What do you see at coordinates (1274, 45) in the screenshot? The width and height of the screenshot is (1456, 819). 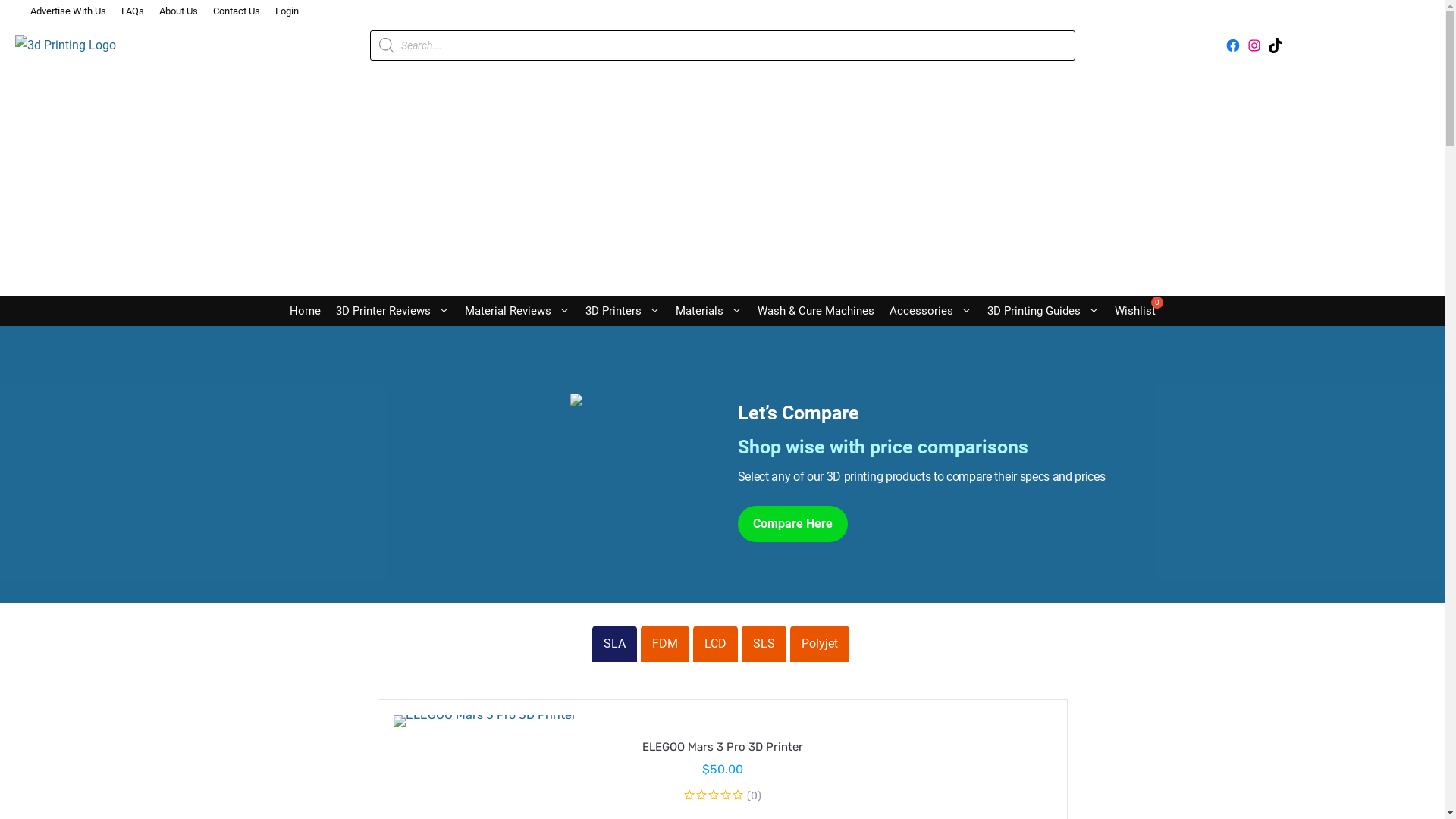 I see `'TikTok'` at bounding box center [1274, 45].